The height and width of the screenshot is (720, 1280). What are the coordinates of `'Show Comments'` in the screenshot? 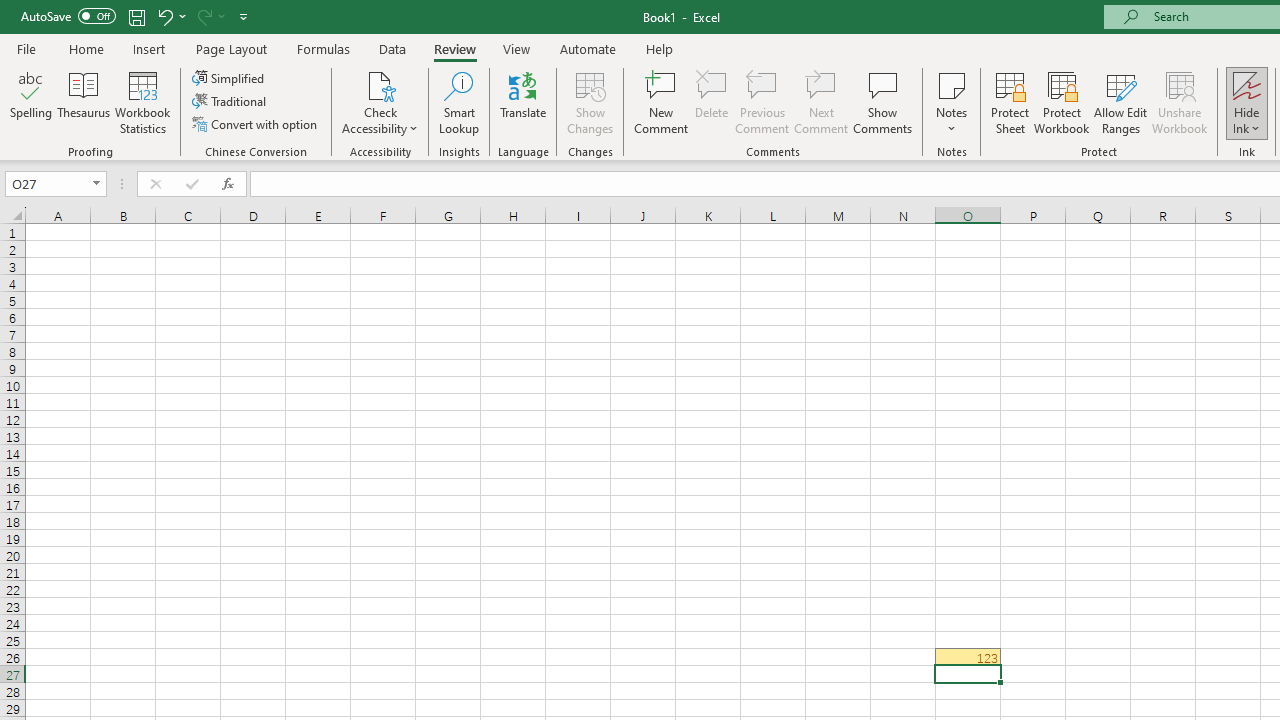 It's located at (882, 103).